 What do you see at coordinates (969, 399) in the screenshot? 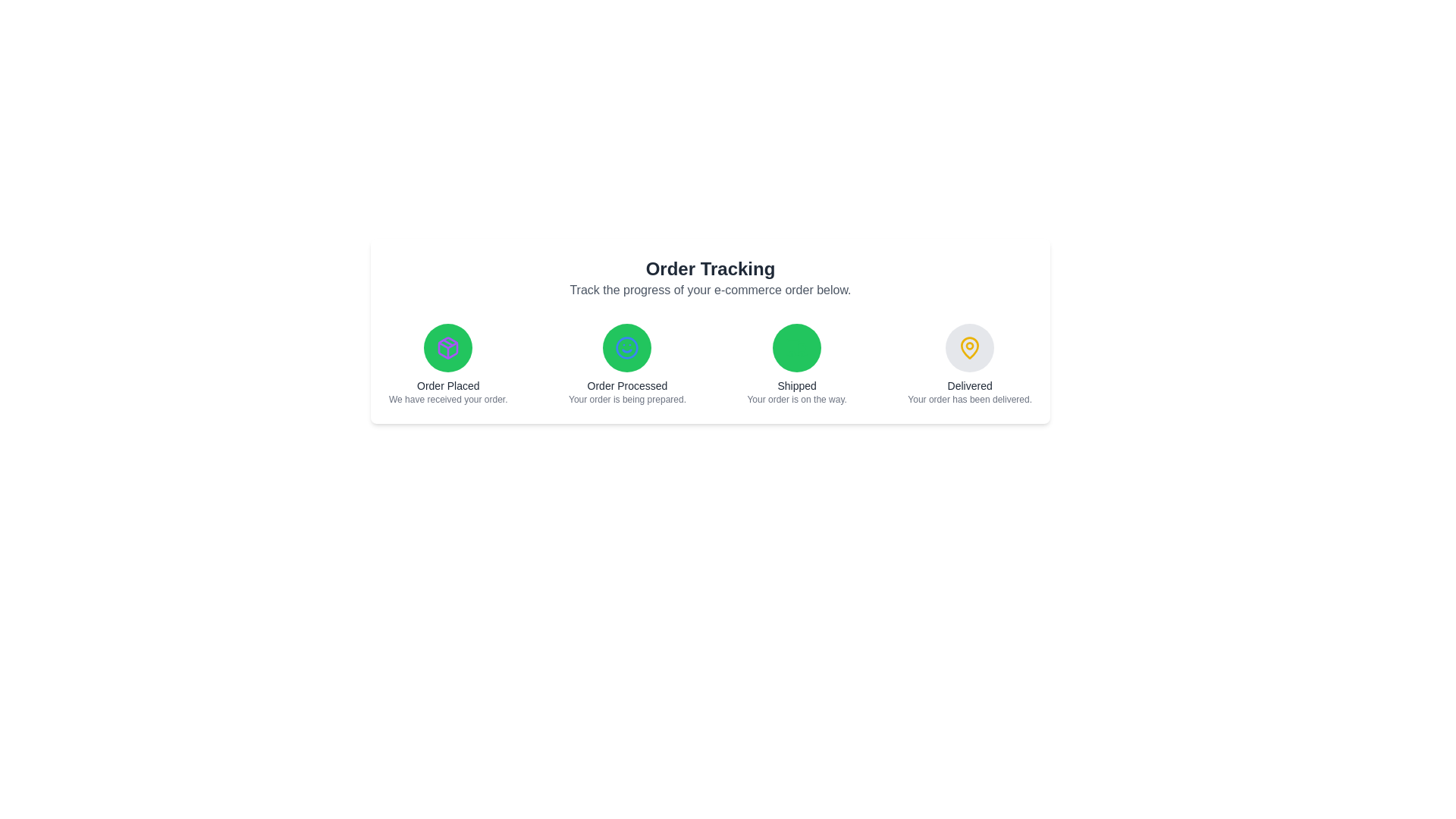
I see `the informational text label that confirms the user's order has been successfully delivered, located at the bottom of the 'Delivered' status card` at bounding box center [969, 399].